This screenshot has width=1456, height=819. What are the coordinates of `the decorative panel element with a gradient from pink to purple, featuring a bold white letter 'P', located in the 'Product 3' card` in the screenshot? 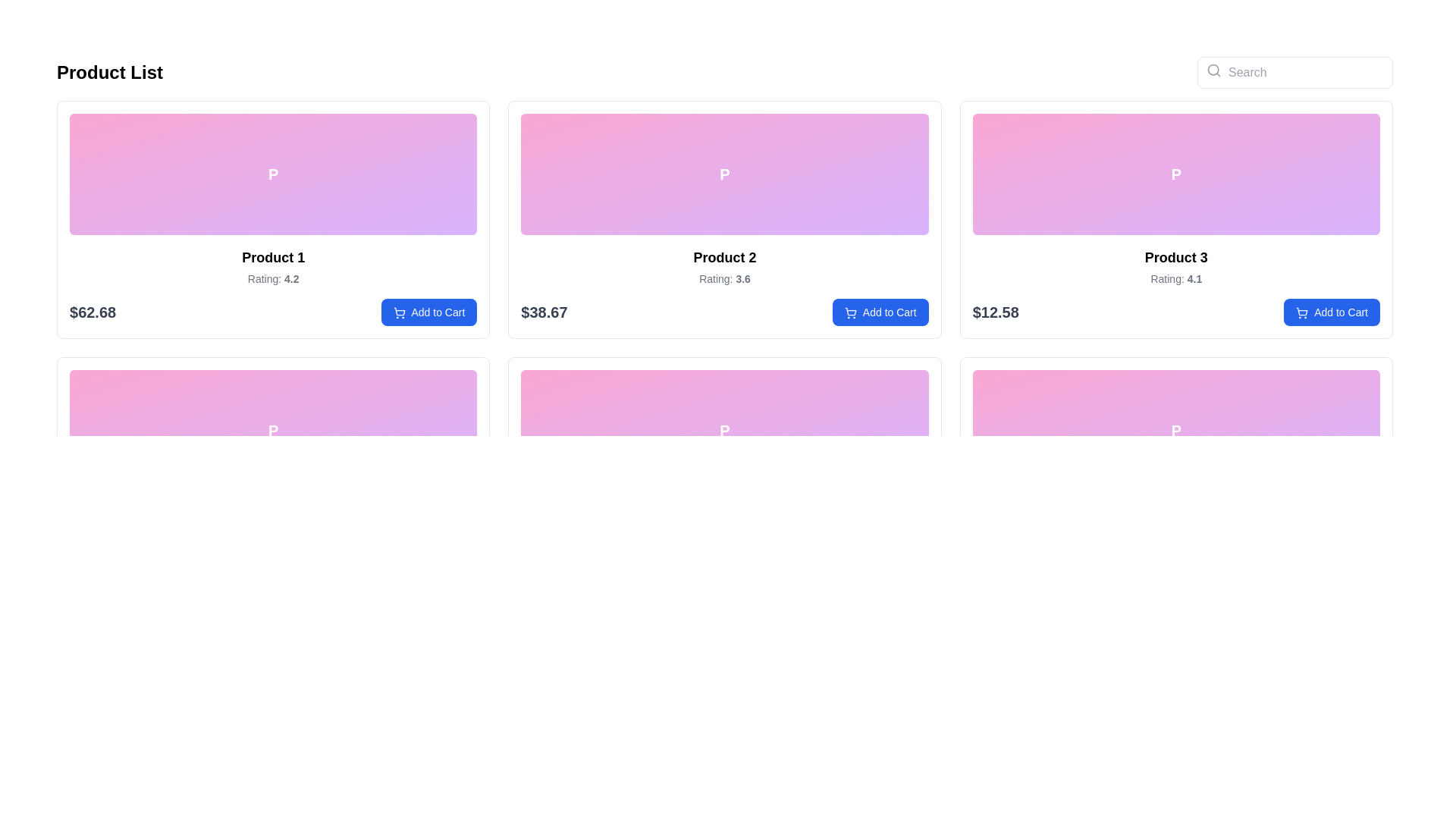 It's located at (1175, 174).